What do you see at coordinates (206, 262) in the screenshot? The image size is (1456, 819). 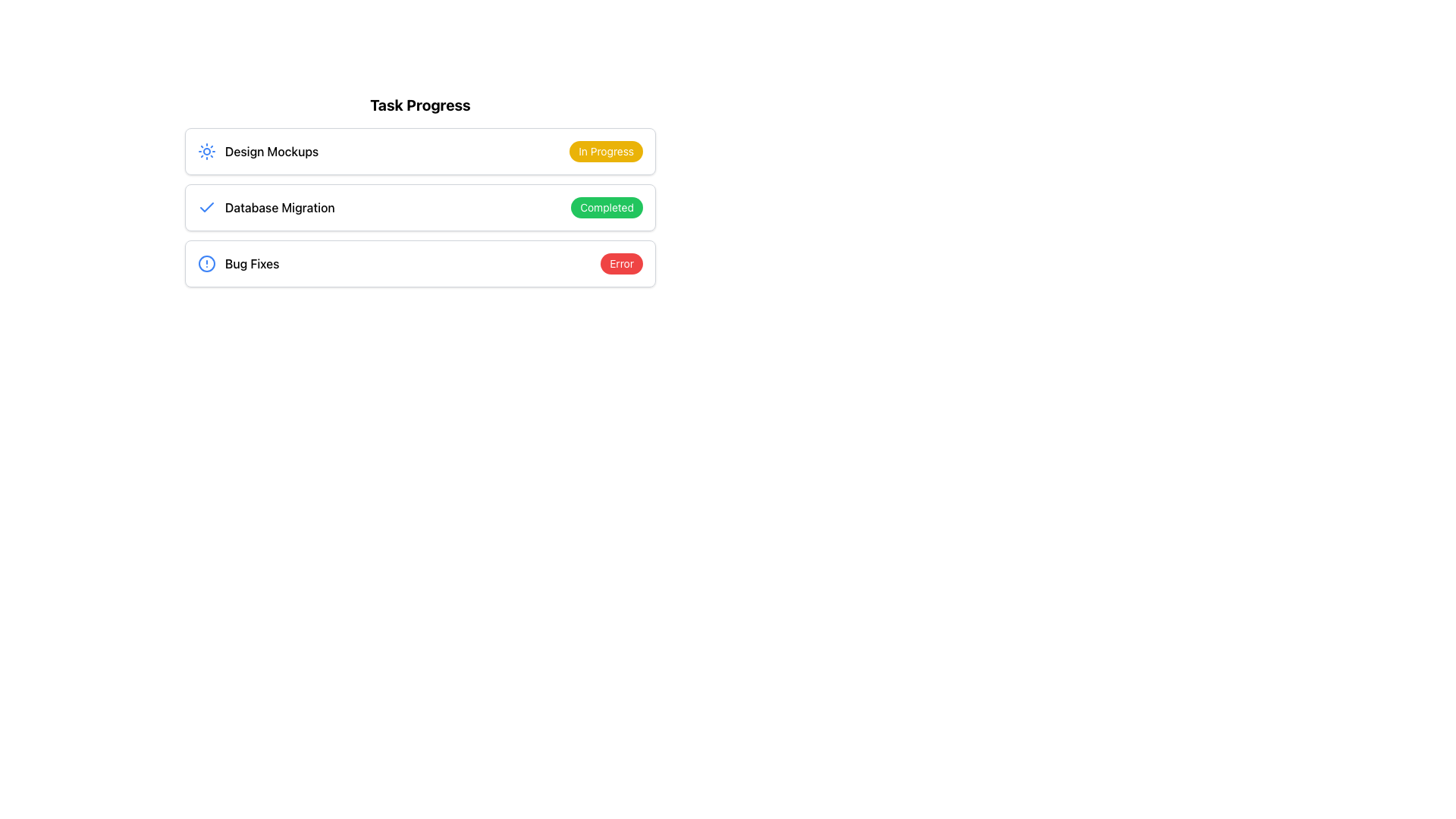 I see `the circular SVG graphic representing an error or alert icon, which is styled with a stroke and no fill, located next to the 'Bug Fixes' task label in the task list` at bounding box center [206, 262].